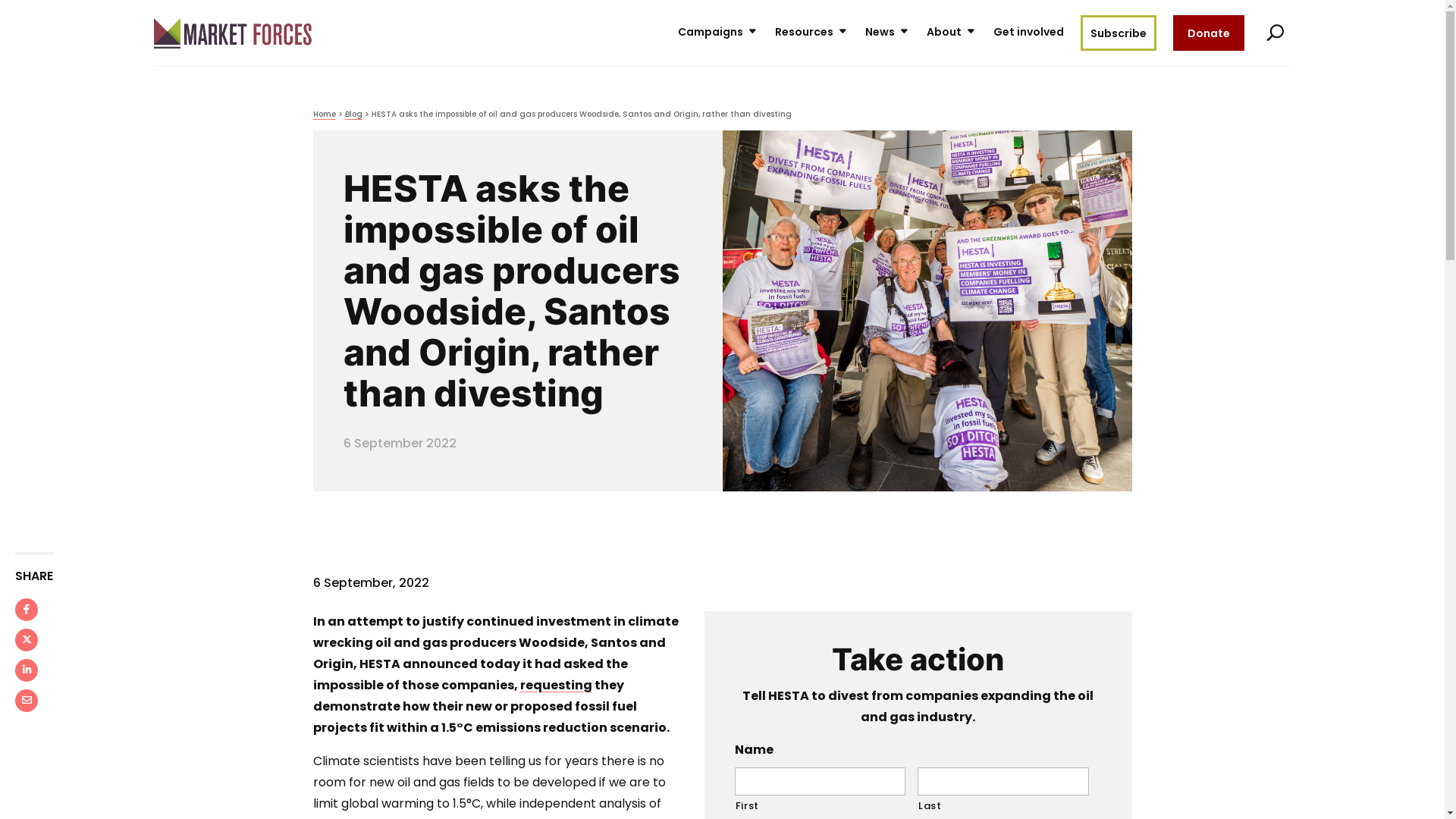 The image size is (1456, 819). What do you see at coordinates (717, 33) in the screenshot?
I see `'Campaigns'` at bounding box center [717, 33].